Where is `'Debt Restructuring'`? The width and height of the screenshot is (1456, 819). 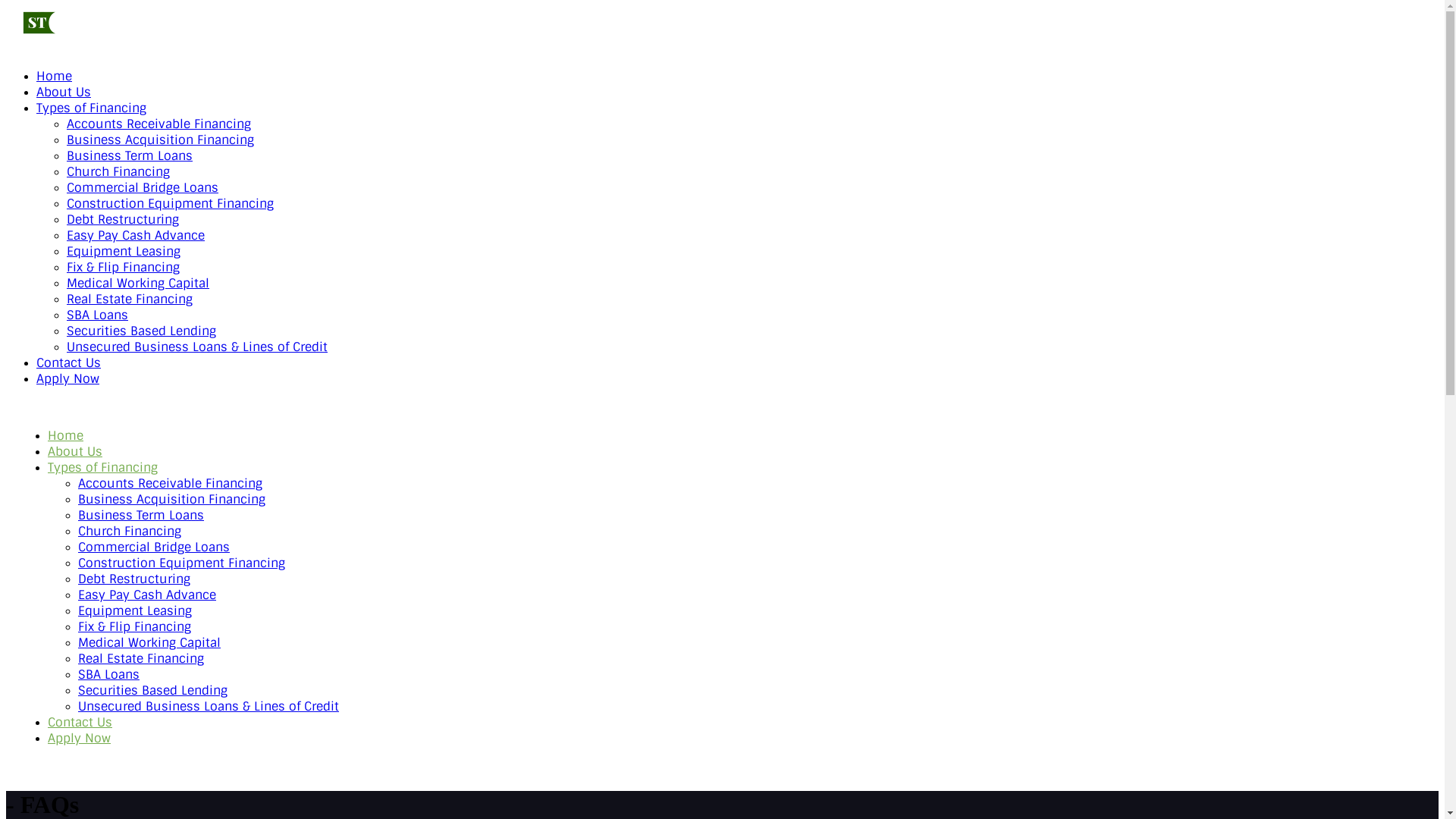 'Debt Restructuring' is located at coordinates (134, 579).